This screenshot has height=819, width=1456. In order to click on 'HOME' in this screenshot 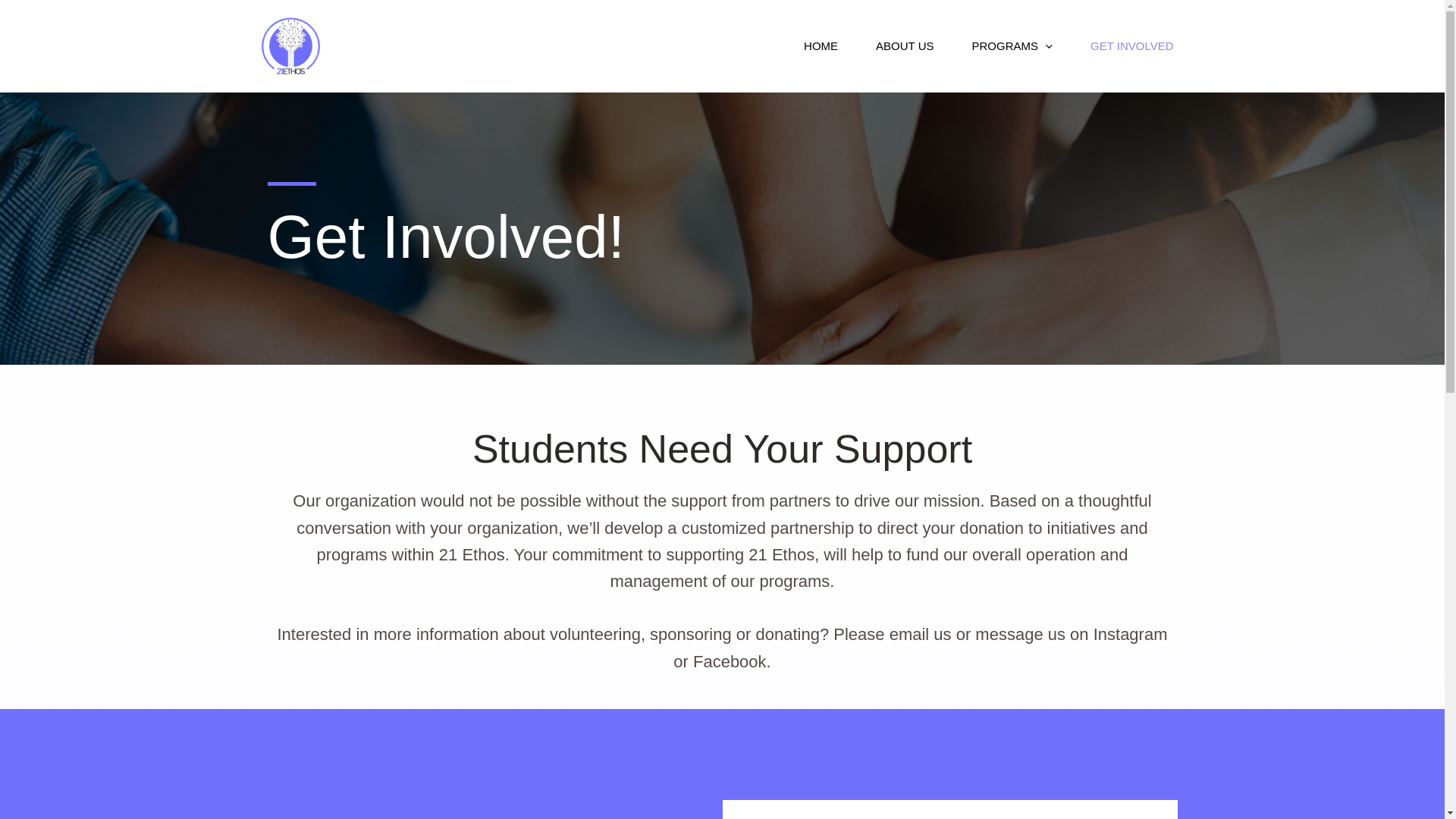, I will do `click(820, 45)`.